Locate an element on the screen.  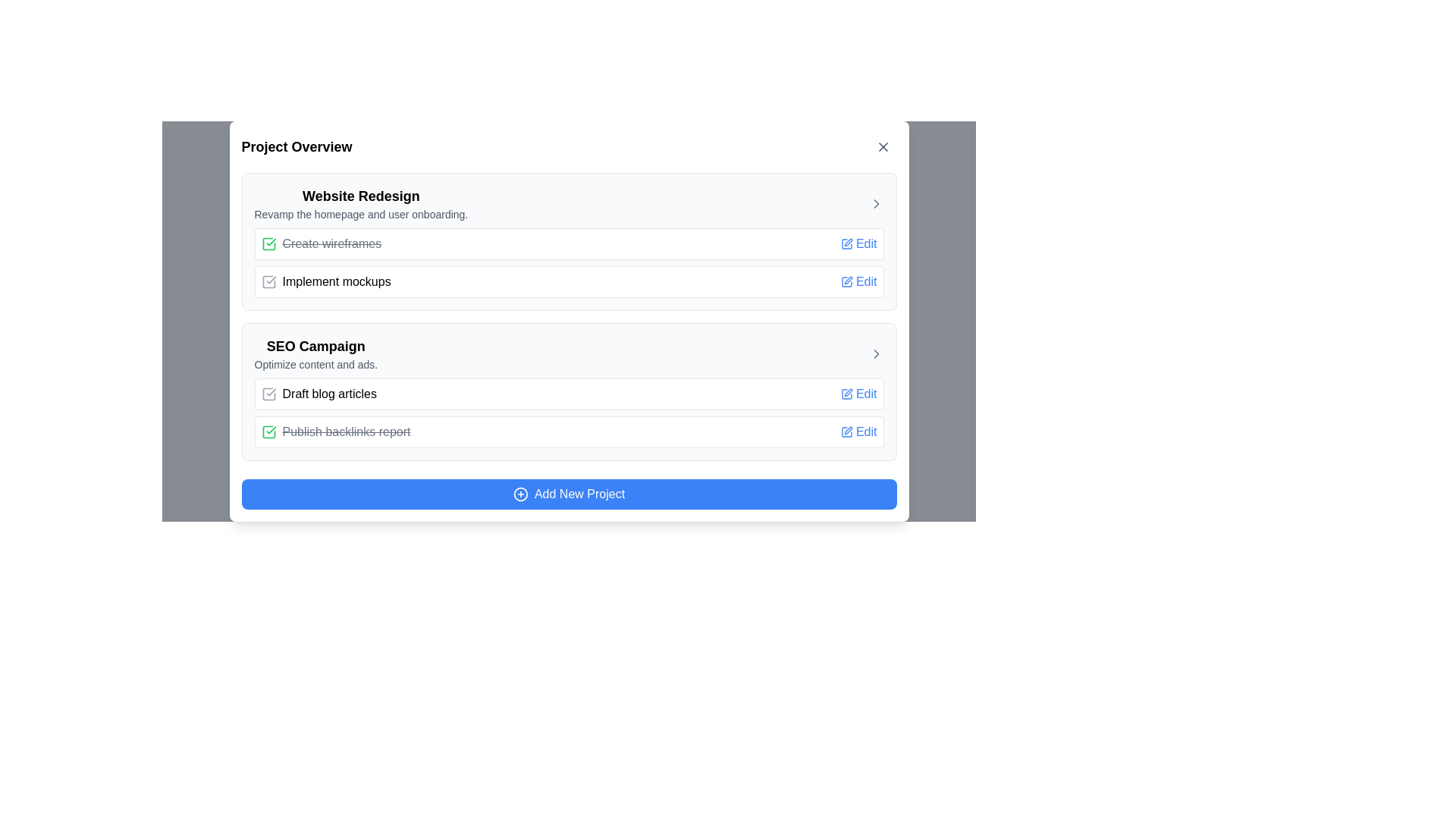
the text label that serves as a title for the project summary, located near the top portion of the section above the descriptive text line is located at coordinates (360, 195).